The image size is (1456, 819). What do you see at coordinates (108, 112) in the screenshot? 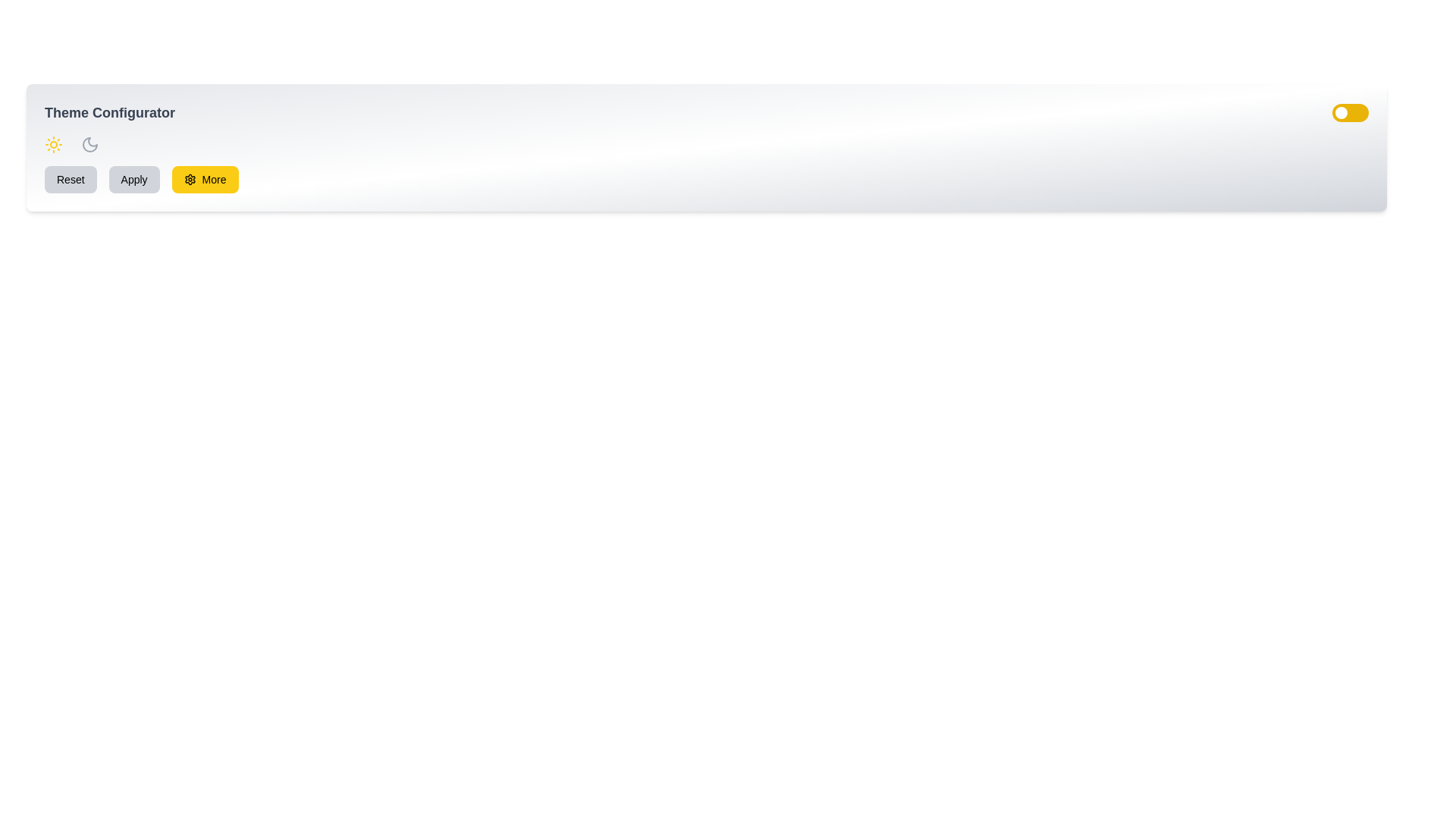
I see `the text label 'Theme Configurator', which is prominently displayed in bold, large font and aligned to the left near the top of the interface` at bounding box center [108, 112].